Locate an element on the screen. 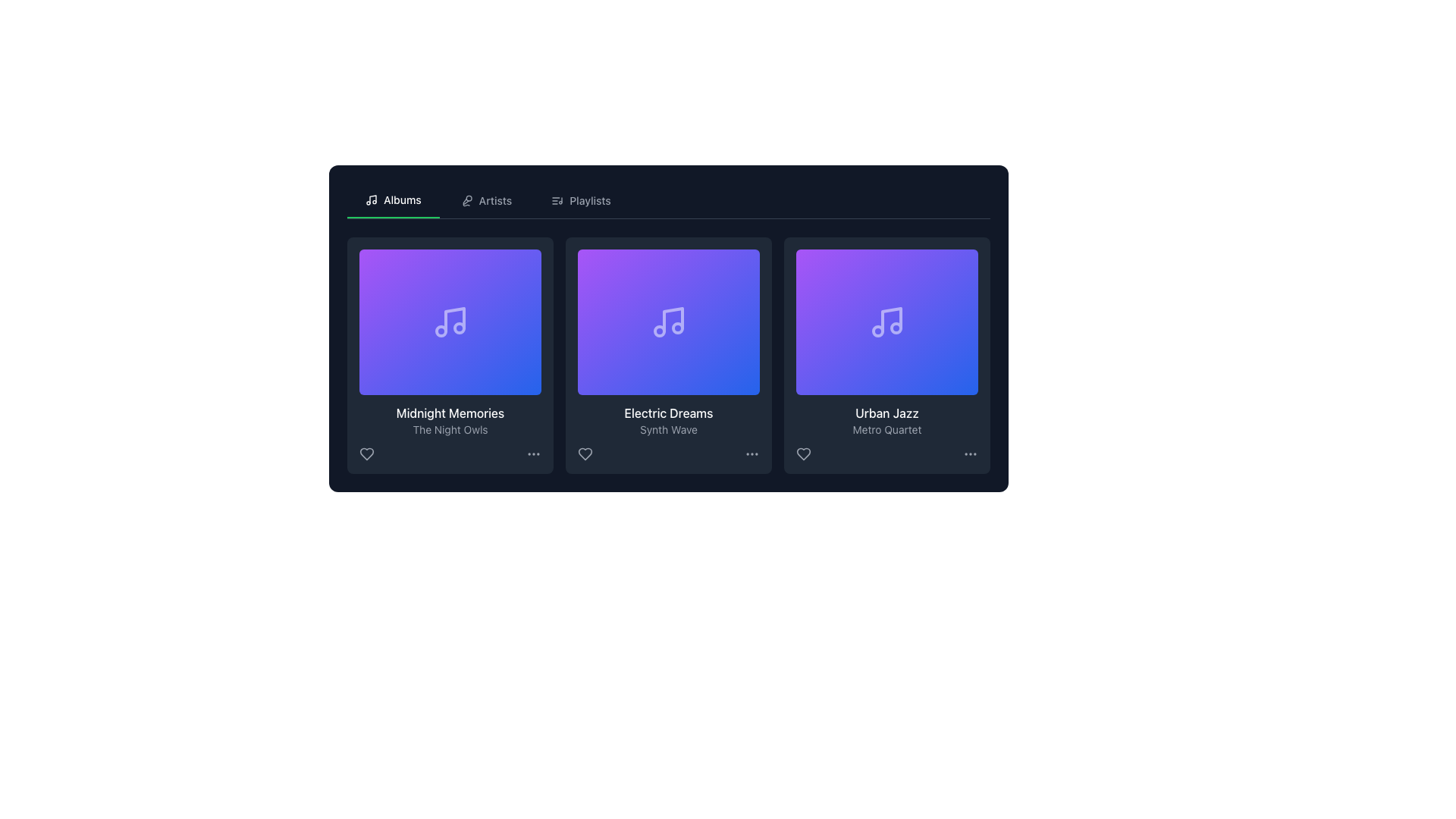  text of the label displaying the title 'Urban Jazz' and subtitle 'Metro Quartet', which is located within the third card from the left in a grid layout, positioned below the card's main icon is located at coordinates (887, 421).